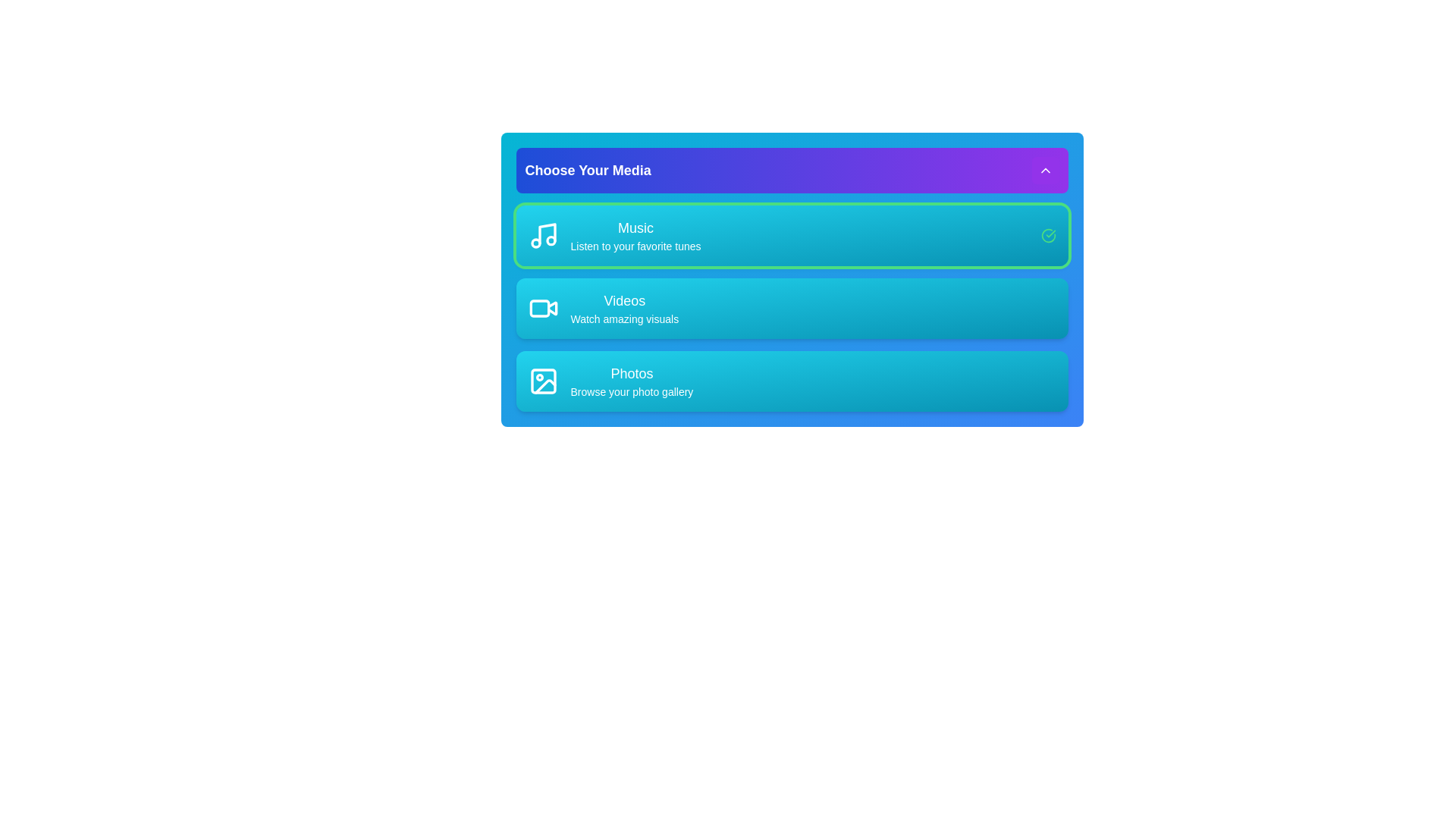 This screenshot has width=1456, height=819. What do you see at coordinates (610, 380) in the screenshot?
I see `the media category Photos by clicking on its corresponding button` at bounding box center [610, 380].